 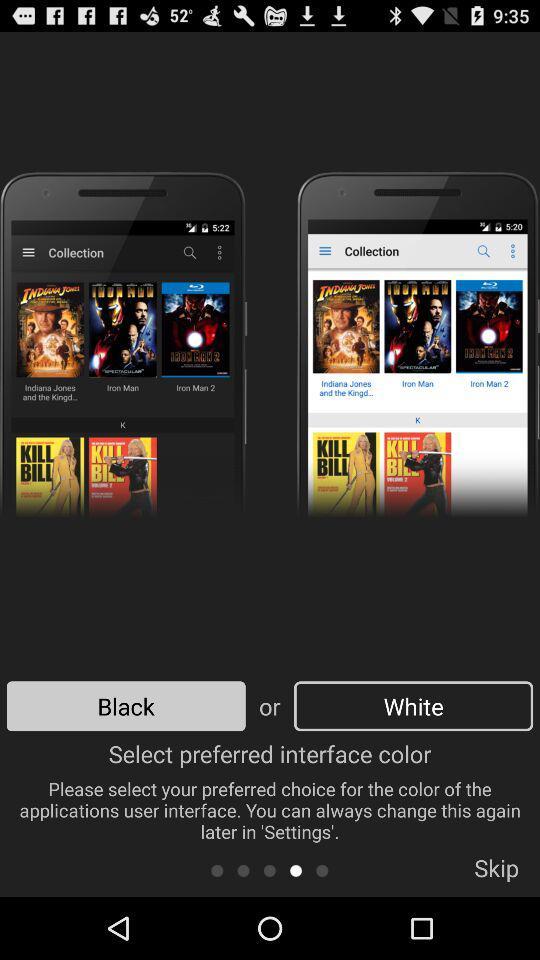 I want to click on display picture on this link, so click(x=322, y=869).